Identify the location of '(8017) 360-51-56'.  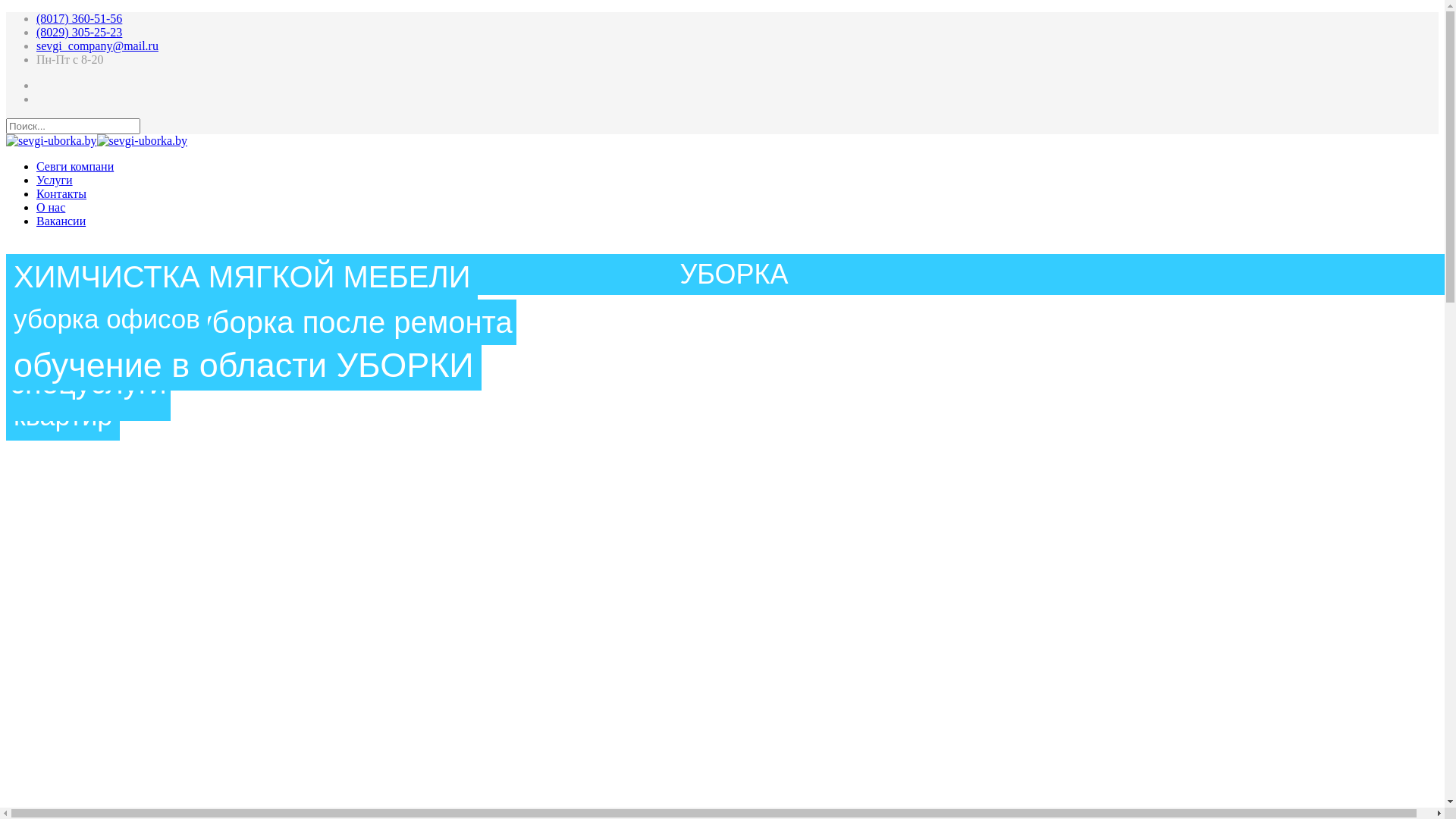
(78, 18).